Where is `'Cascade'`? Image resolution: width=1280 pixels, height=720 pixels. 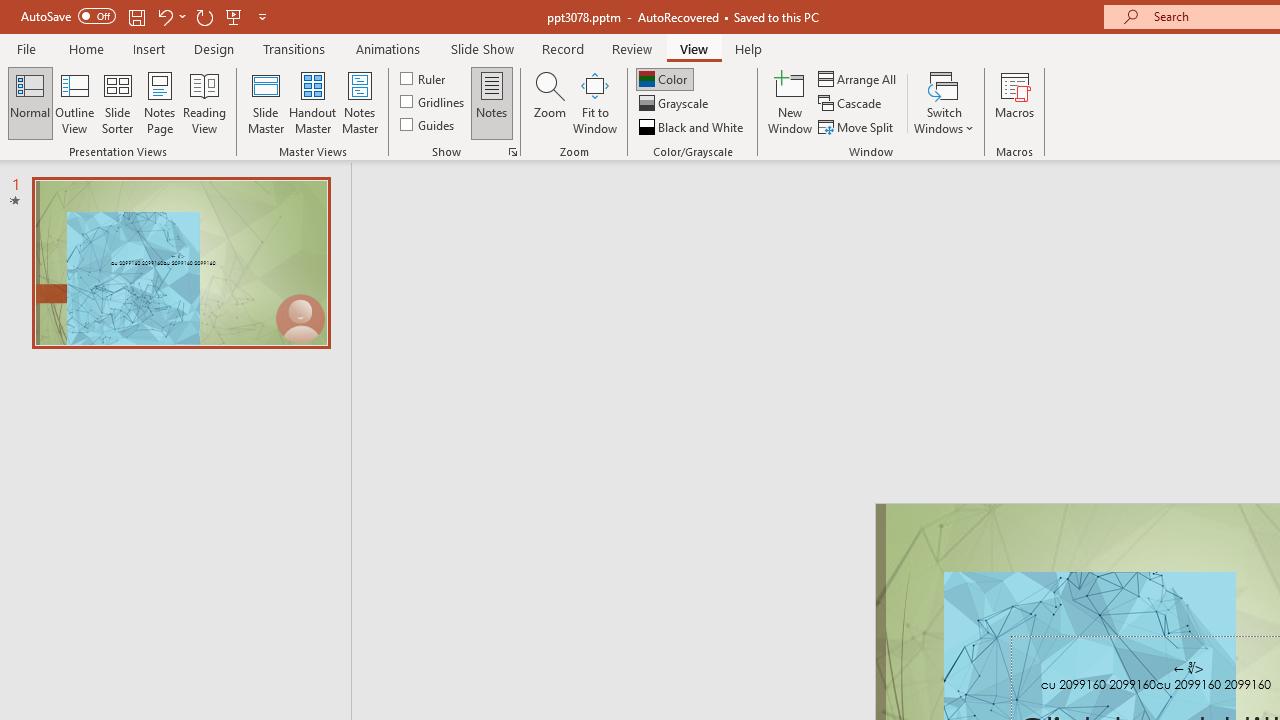
'Cascade' is located at coordinates (851, 103).